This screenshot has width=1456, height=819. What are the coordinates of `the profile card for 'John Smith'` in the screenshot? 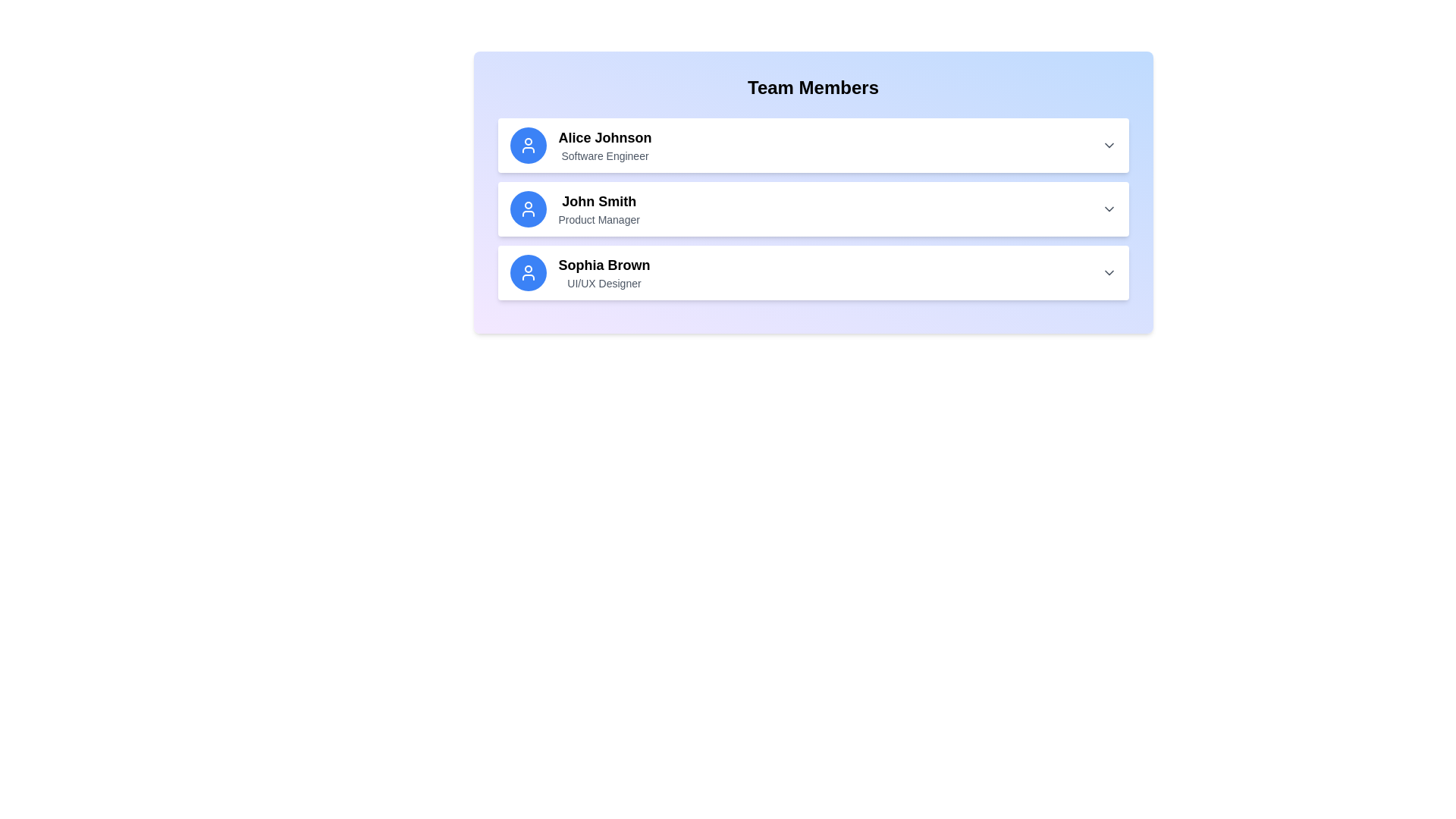 It's located at (812, 209).